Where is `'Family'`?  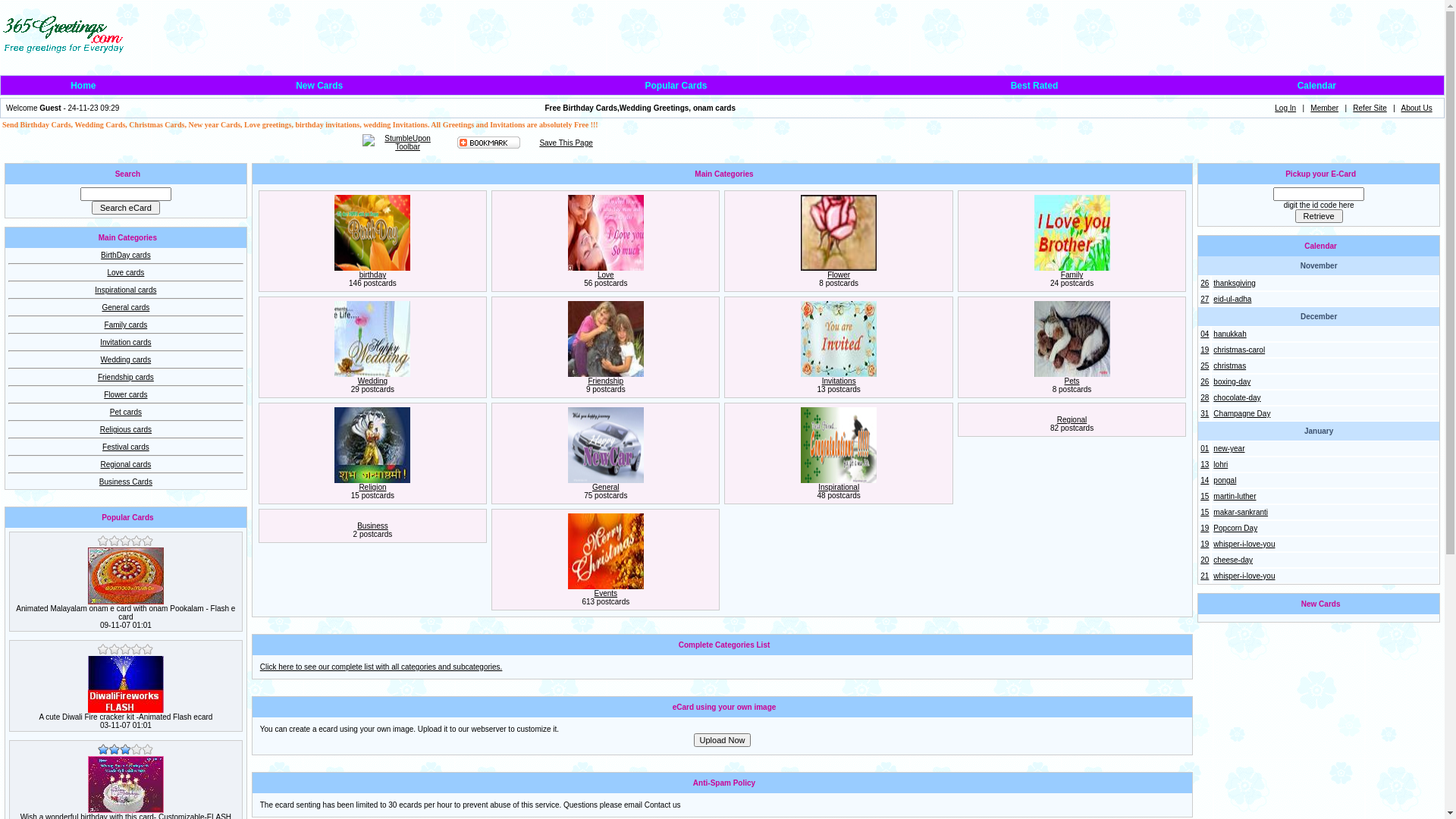 'Family' is located at coordinates (1071, 275).